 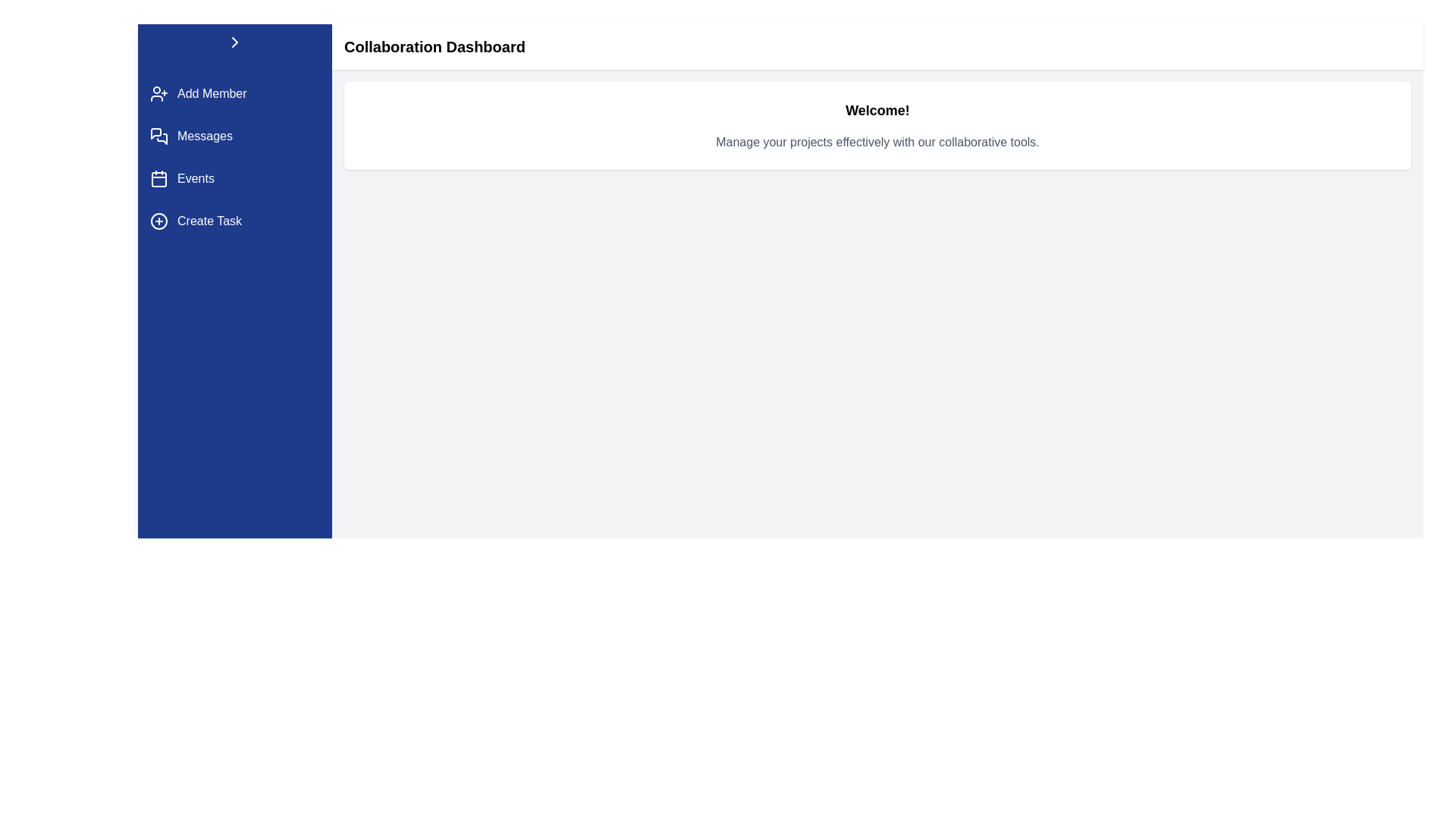 What do you see at coordinates (434, 45) in the screenshot?
I see `text label heading located at the top section of the interface, which provides context about the current page or section within the application` at bounding box center [434, 45].